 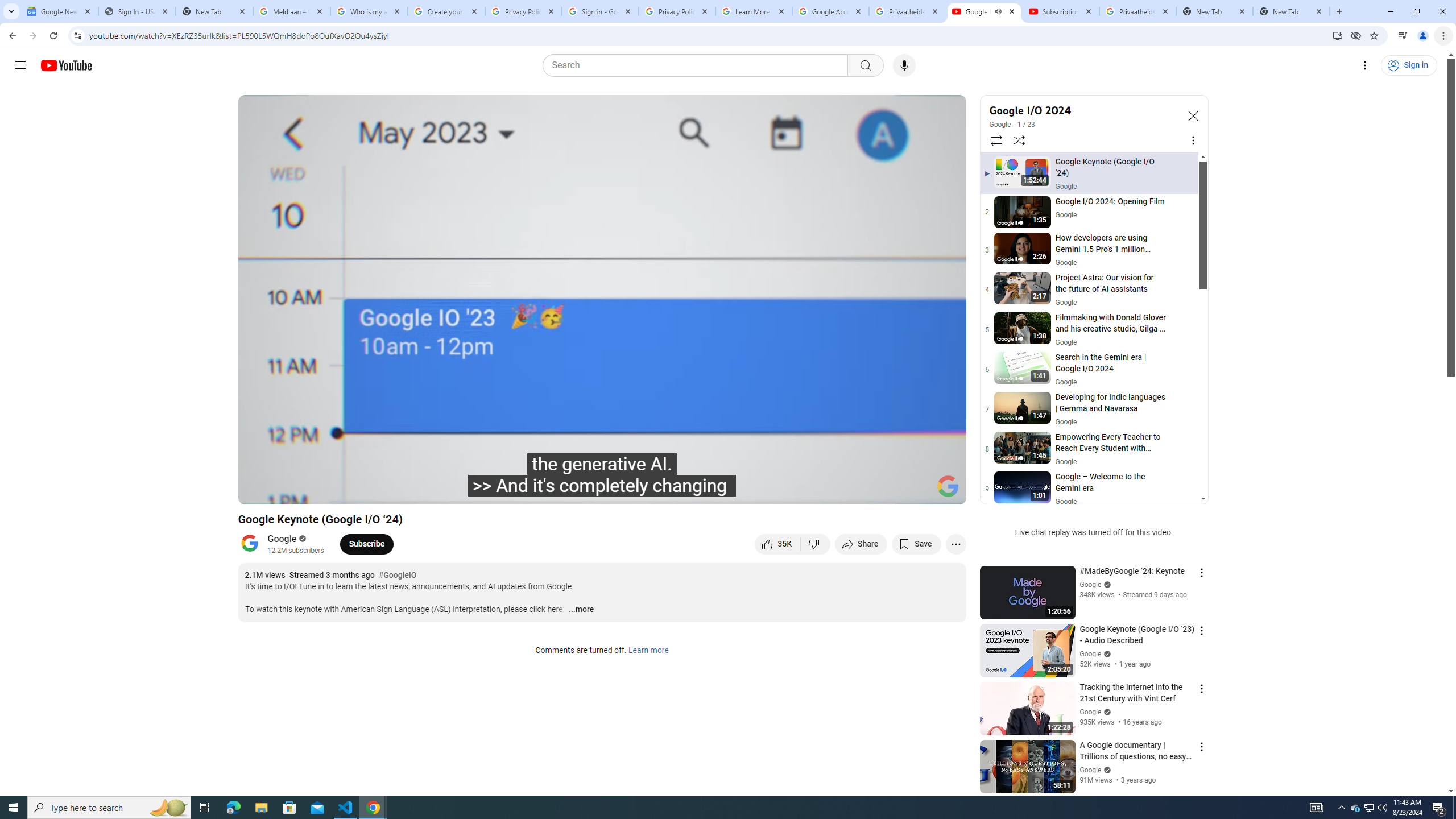 I want to click on 'Mute (m)', so click(x=338, y=490).